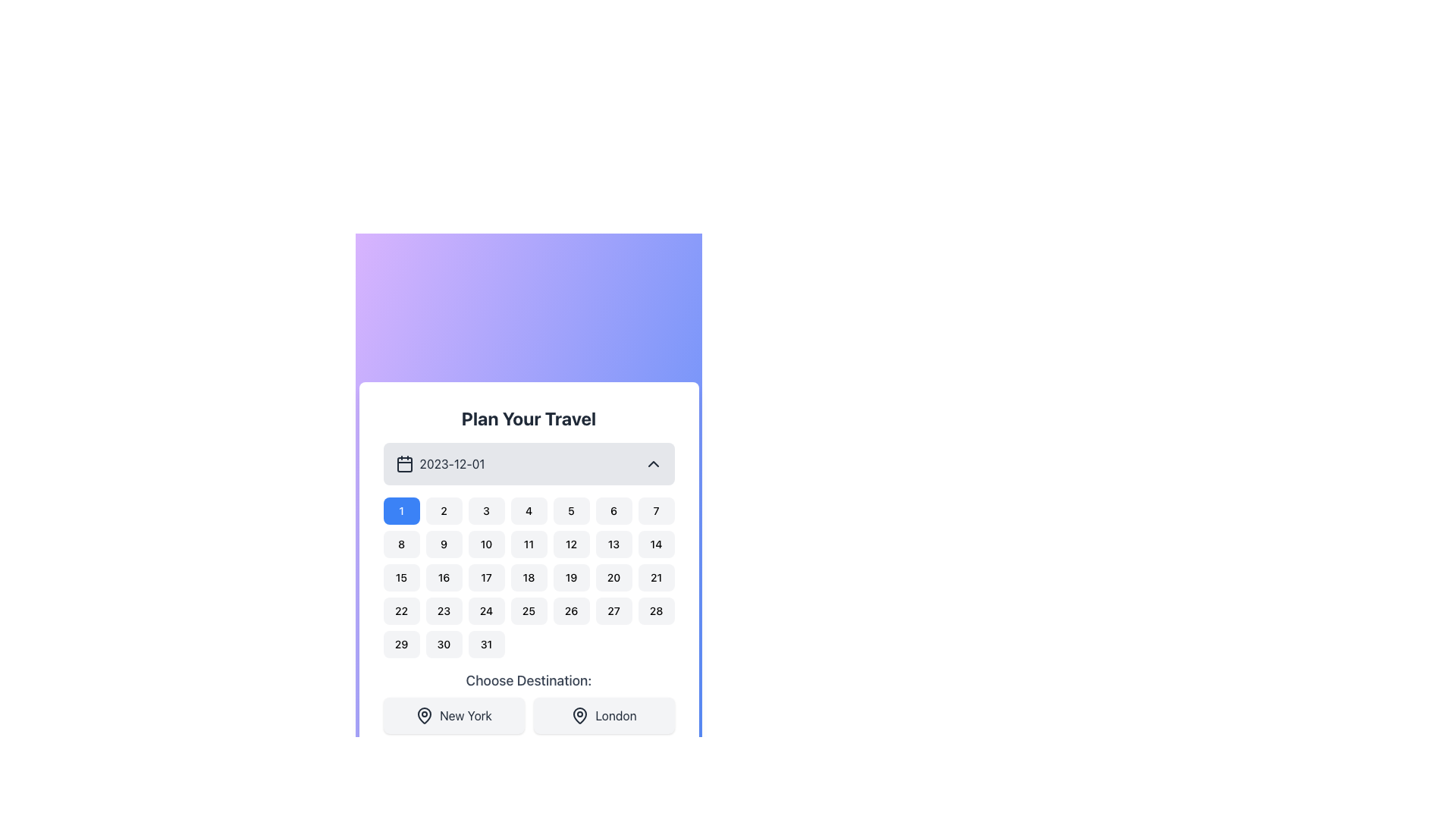  Describe the element at coordinates (401, 644) in the screenshot. I see `the square-shaped button with light gray background and '29' text to change its background color to light blue` at that location.